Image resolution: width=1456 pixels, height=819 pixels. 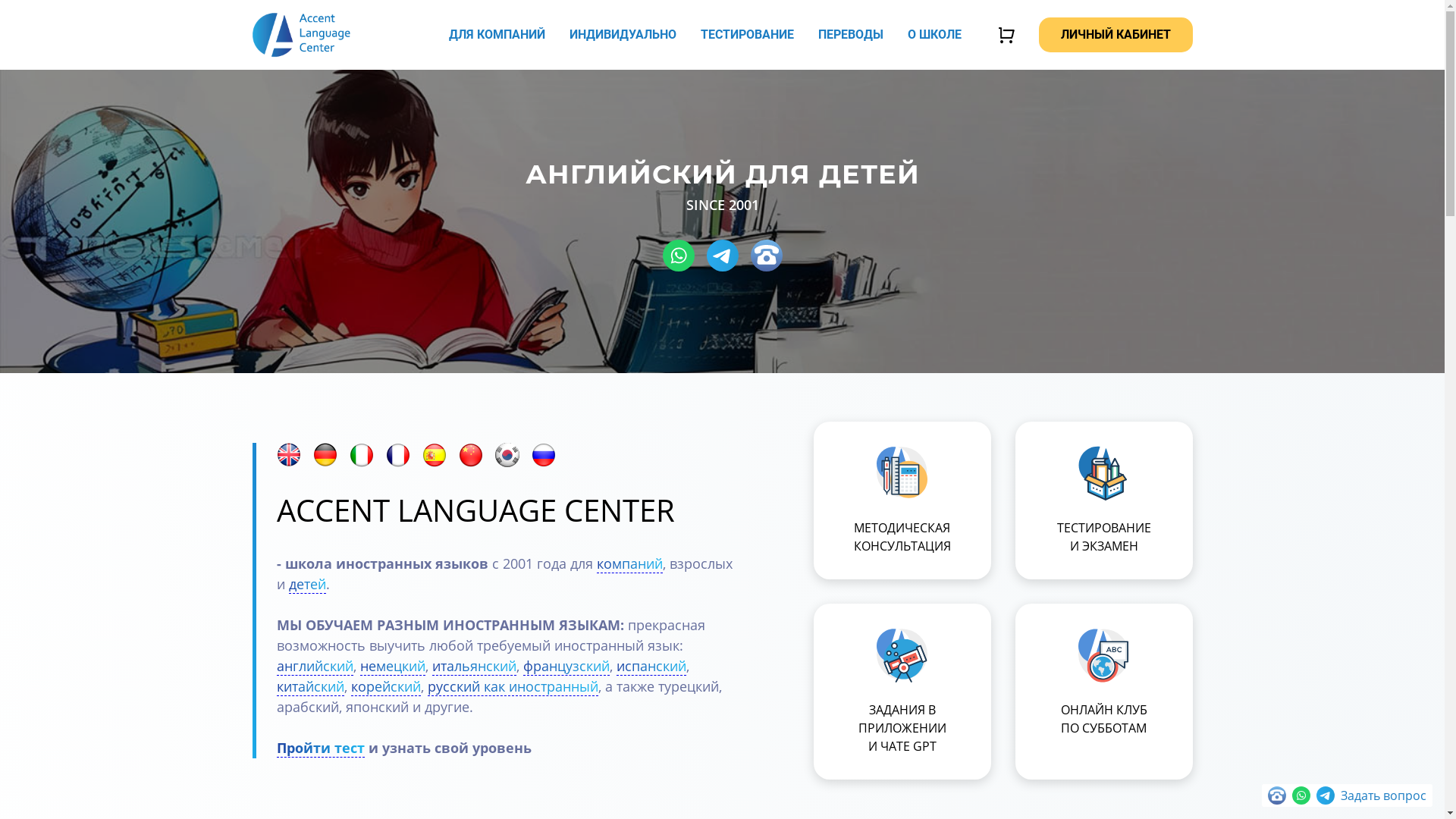 What do you see at coordinates (300, 34) in the screenshot?
I see `'Accent Center'` at bounding box center [300, 34].